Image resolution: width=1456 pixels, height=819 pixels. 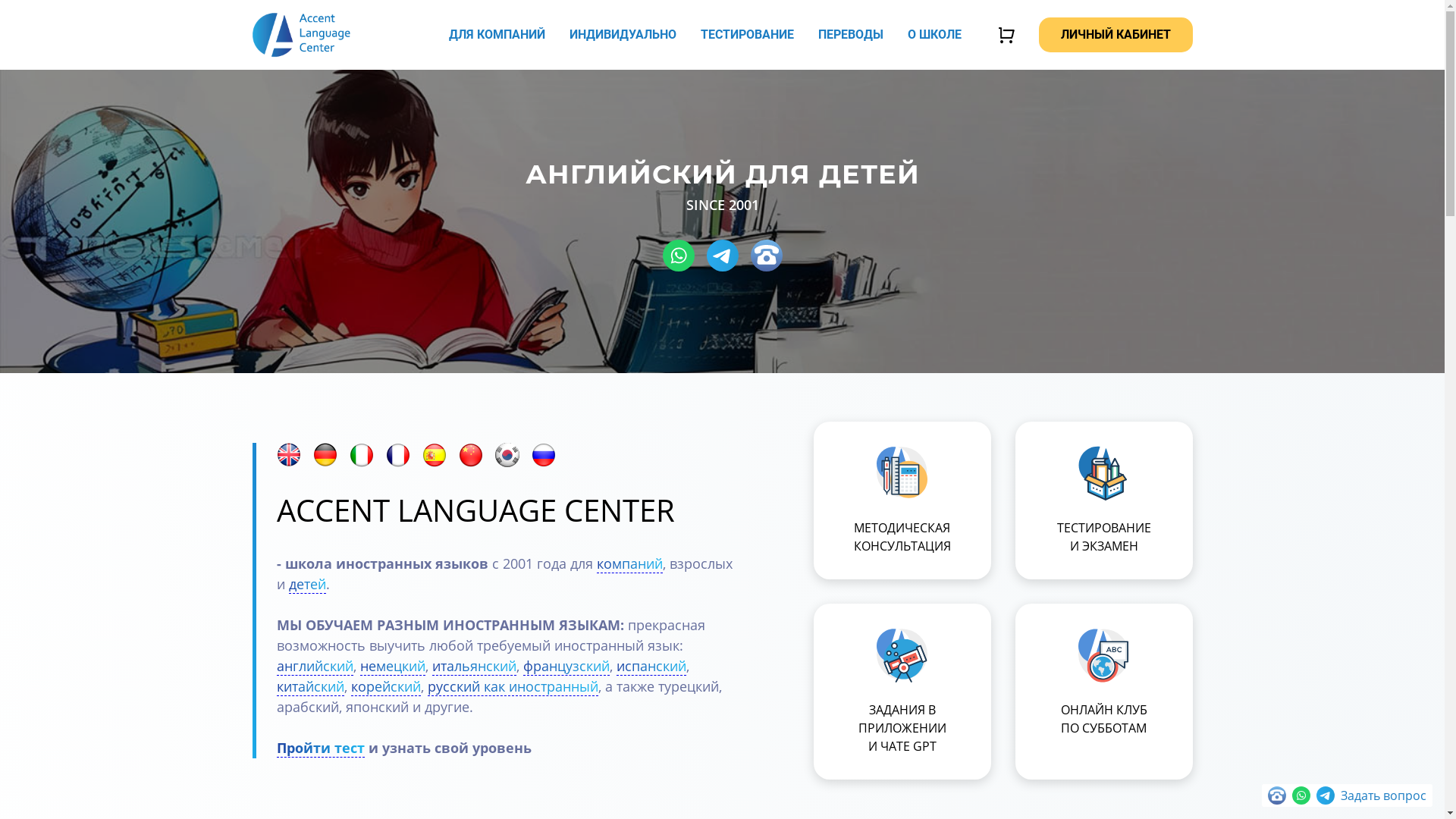 What do you see at coordinates (300, 34) in the screenshot?
I see `'Accent Center'` at bounding box center [300, 34].